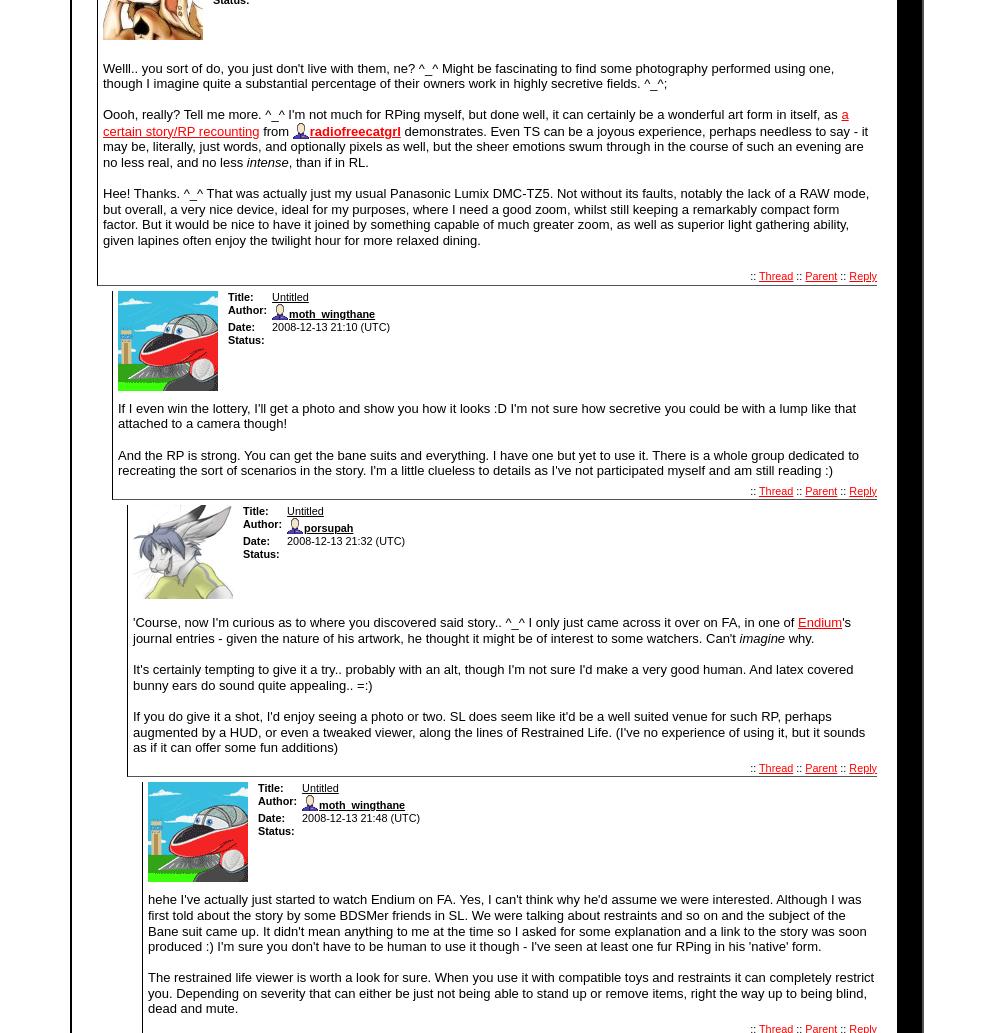 This screenshot has width=1000, height=1033. Describe the element at coordinates (288, 162) in the screenshot. I see `', than if in RL.'` at that location.